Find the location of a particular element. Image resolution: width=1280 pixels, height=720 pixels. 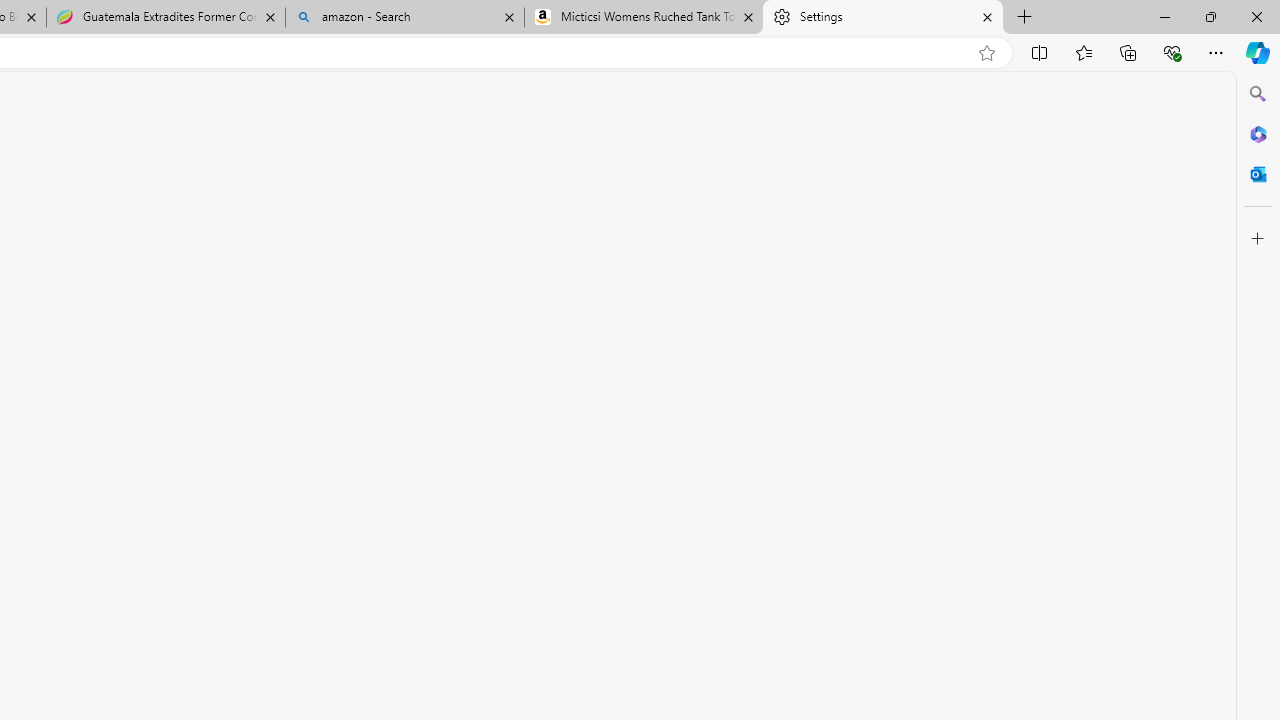

'amazon - Search' is located at coordinates (403, 17).